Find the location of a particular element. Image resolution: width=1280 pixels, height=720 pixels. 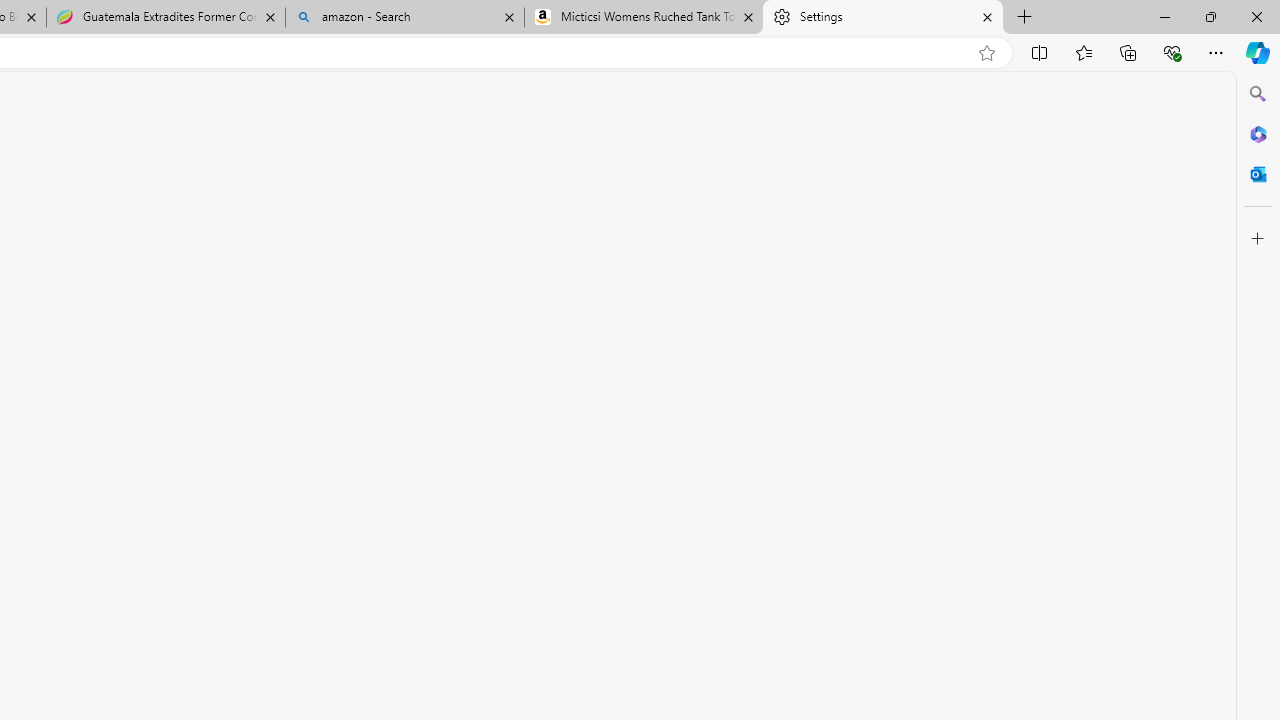

'amazon - Search' is located at coordinates (403, 17).